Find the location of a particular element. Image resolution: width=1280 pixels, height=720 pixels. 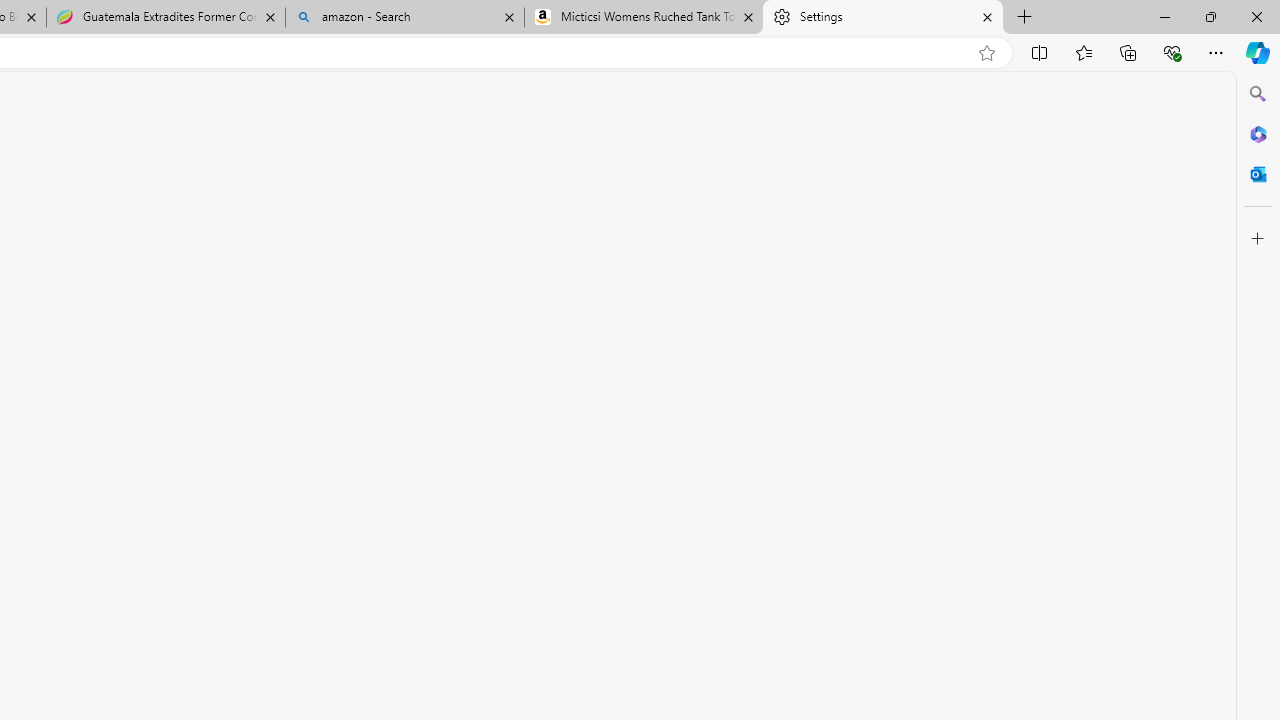

'amazon - Search' is located at coordinates (403, 17).